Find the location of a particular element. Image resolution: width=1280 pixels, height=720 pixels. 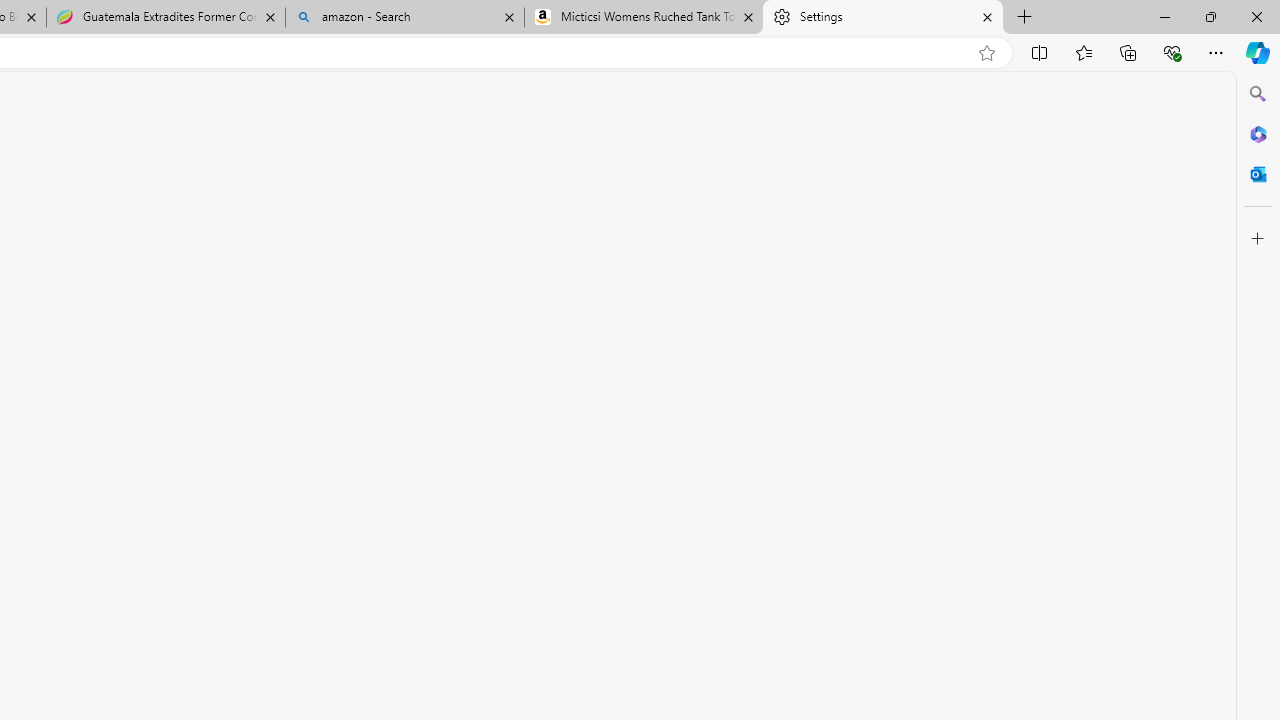

'amazon - Search' is located at coordinates (403, 17).